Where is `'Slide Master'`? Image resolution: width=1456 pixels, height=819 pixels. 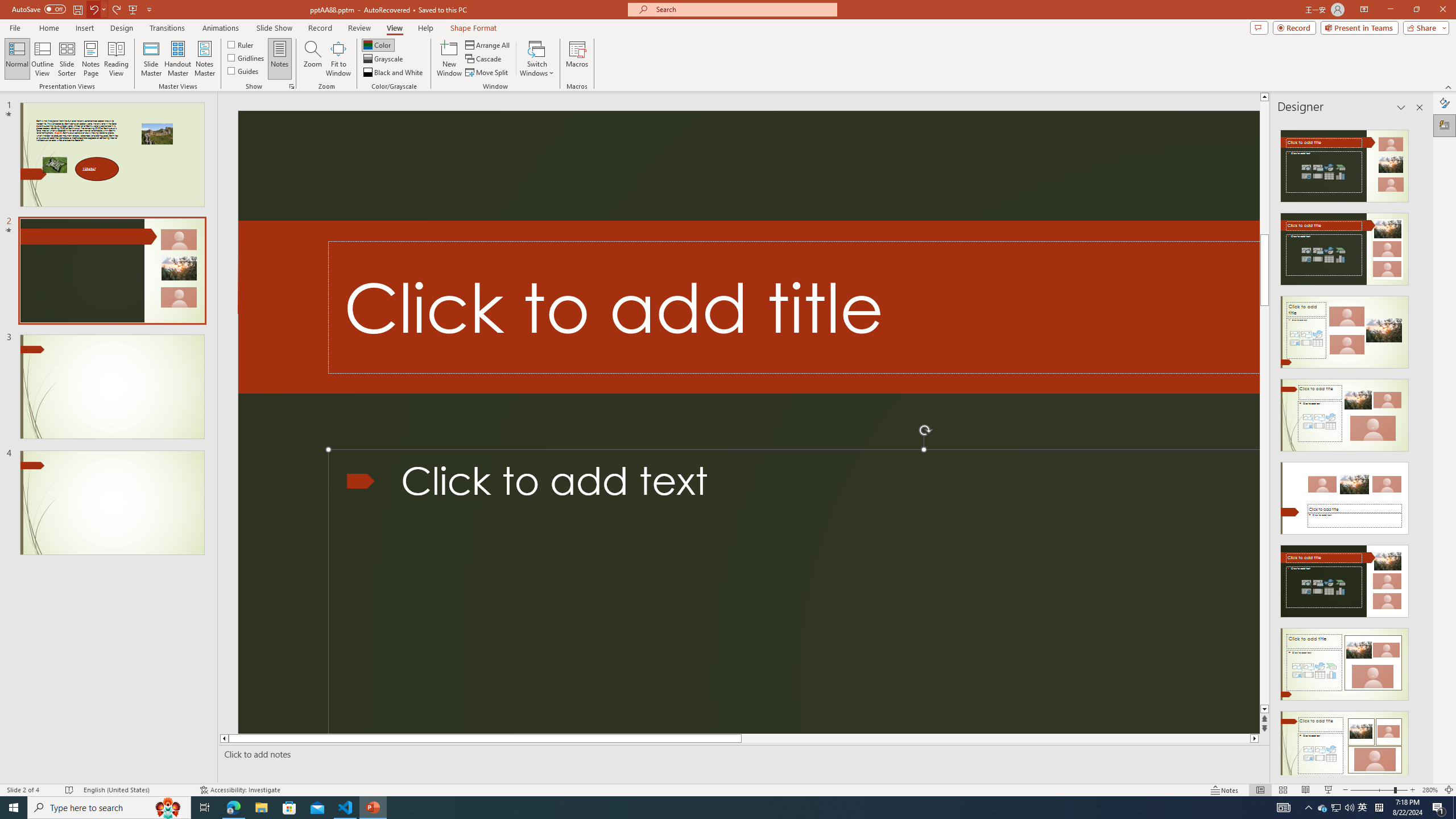
'Slide Master' is located at coordinates (151, 59).